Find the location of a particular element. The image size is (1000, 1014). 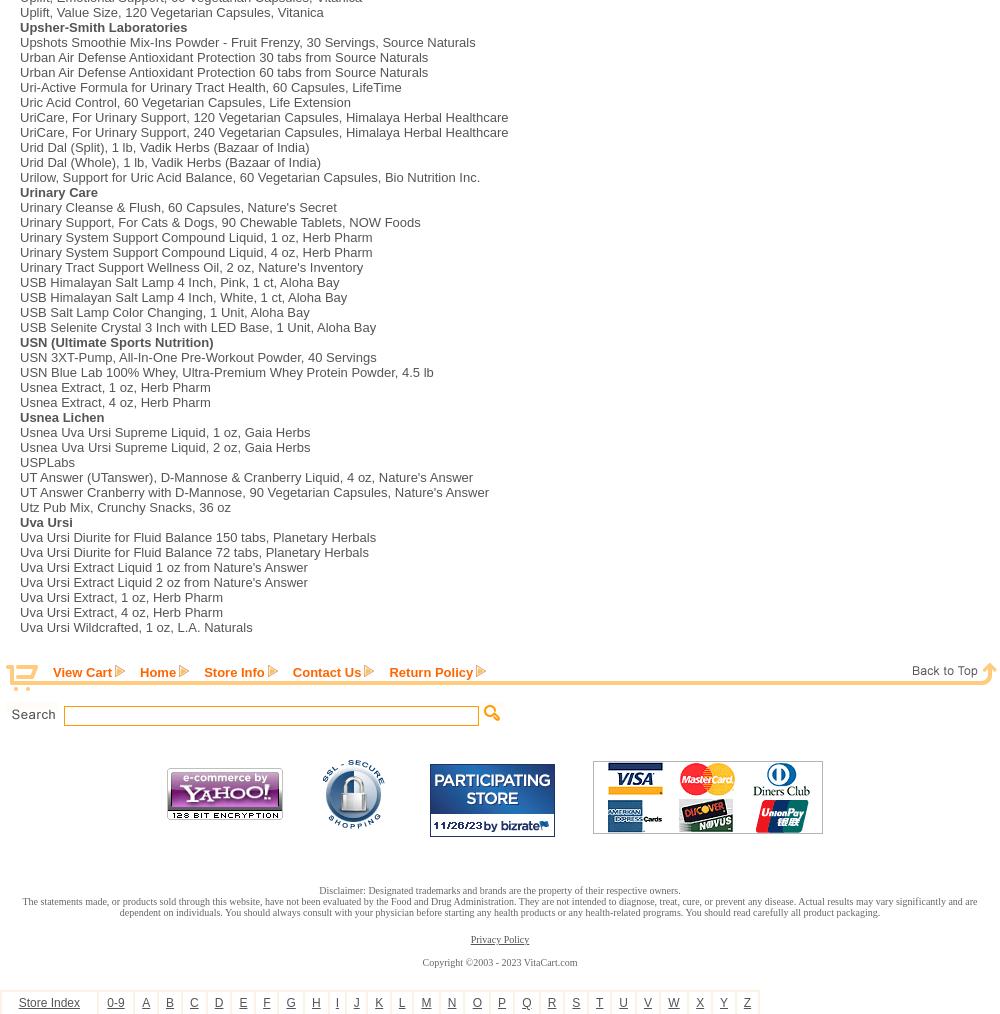

'USB Salt Lamp Color Changing, 1 Unit, Aloha Bay' is located at coordinates (164, 312).